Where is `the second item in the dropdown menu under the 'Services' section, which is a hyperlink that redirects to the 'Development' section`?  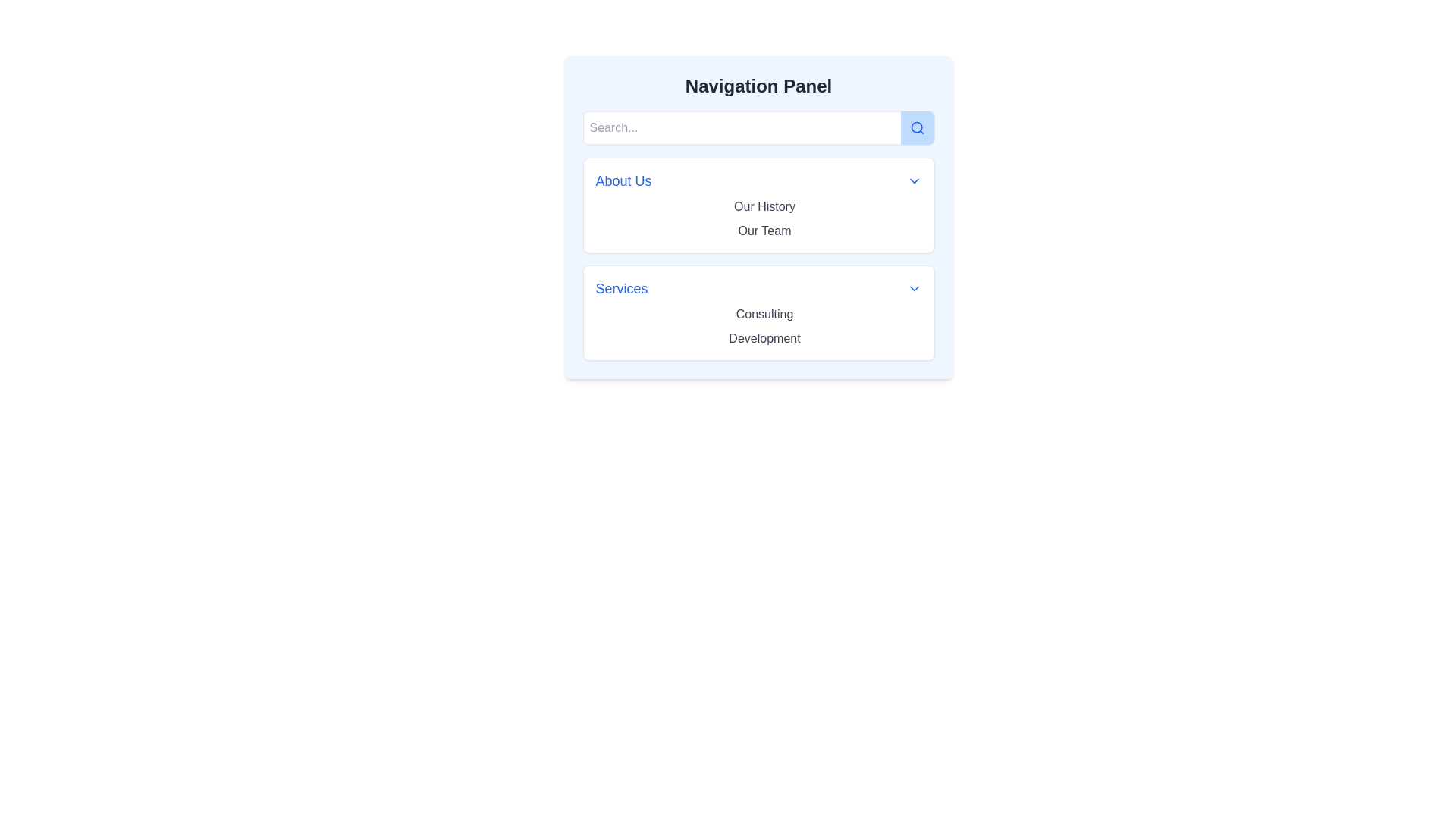 the second item in the dropdown menu under the 'Services' section, which is a hyperlink that redirects to the 'Development' section is located at coordinates (764, 338).